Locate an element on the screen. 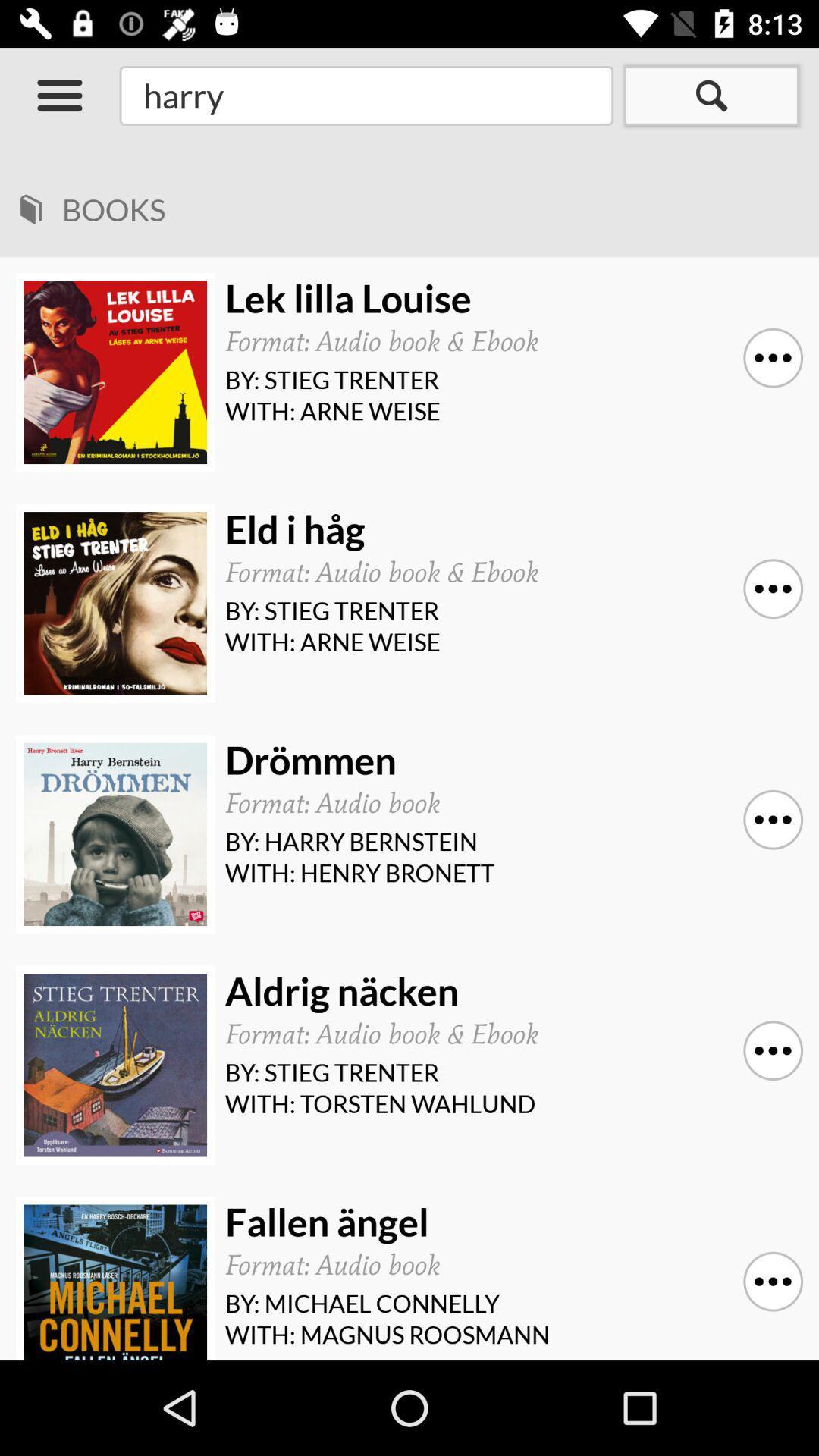 The height and width of the screenshot is (1456, 819). item above with: henry bronett icon is located at coordinates (773, 819).